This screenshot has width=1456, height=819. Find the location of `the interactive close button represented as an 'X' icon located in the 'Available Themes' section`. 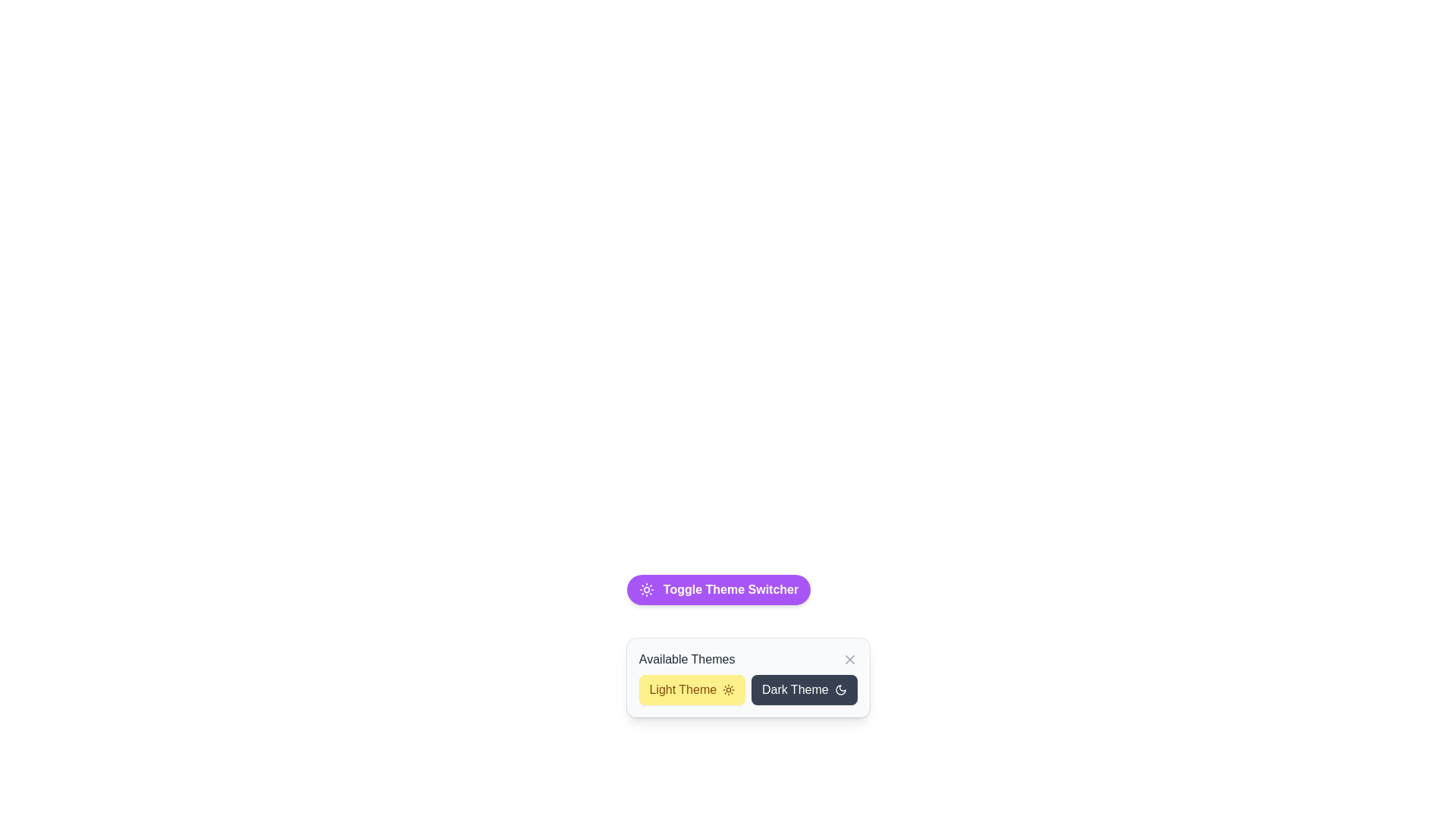

the interactive close button represented as an 'X' icon located in the 'Available Themes' section is located at coordinates (849, 659).